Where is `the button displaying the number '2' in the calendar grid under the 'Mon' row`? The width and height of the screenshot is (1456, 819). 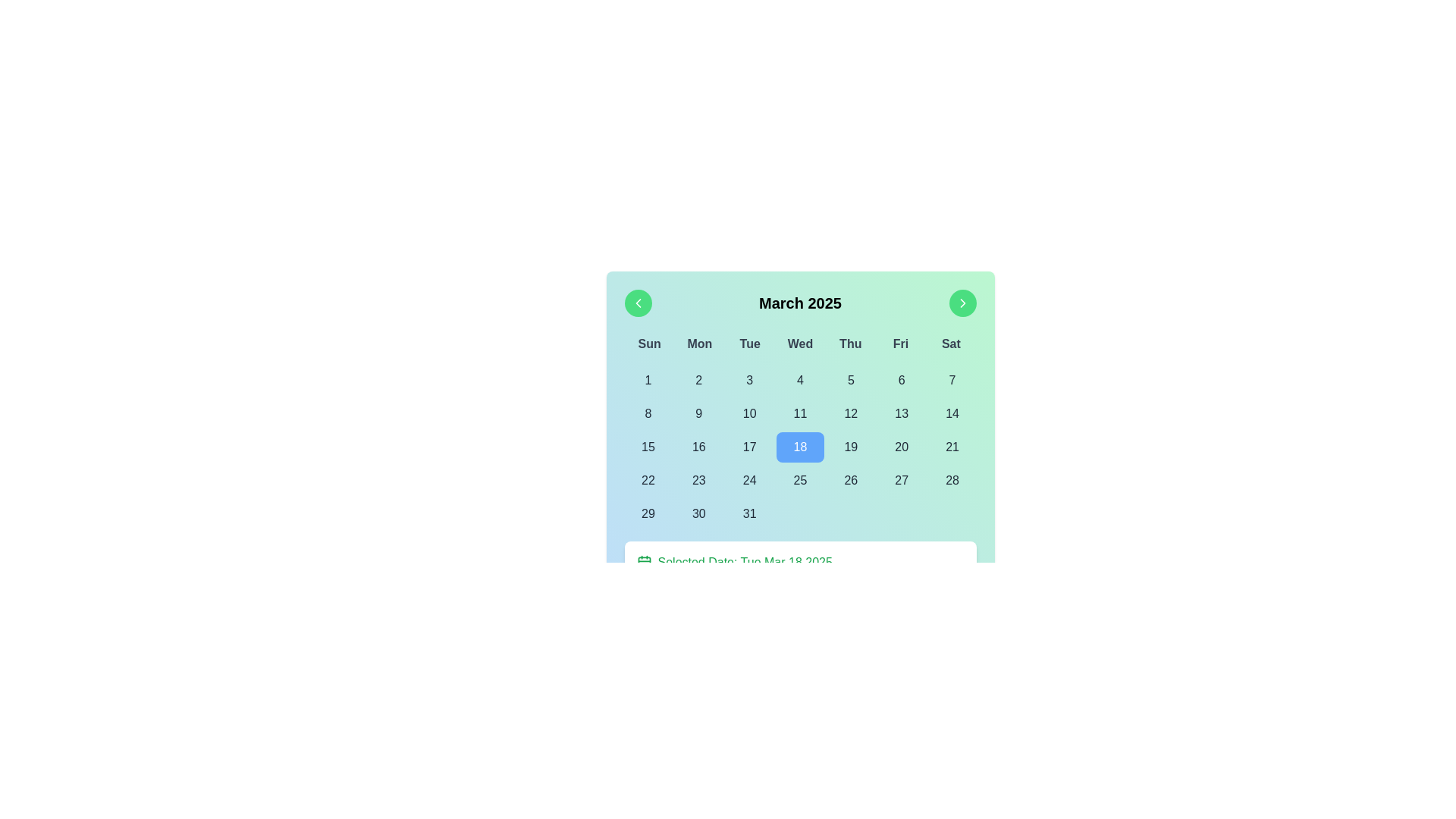 the button displaying the number '2' in the calendar grid under the 'Mon' row is located at coordinates (698, 379).